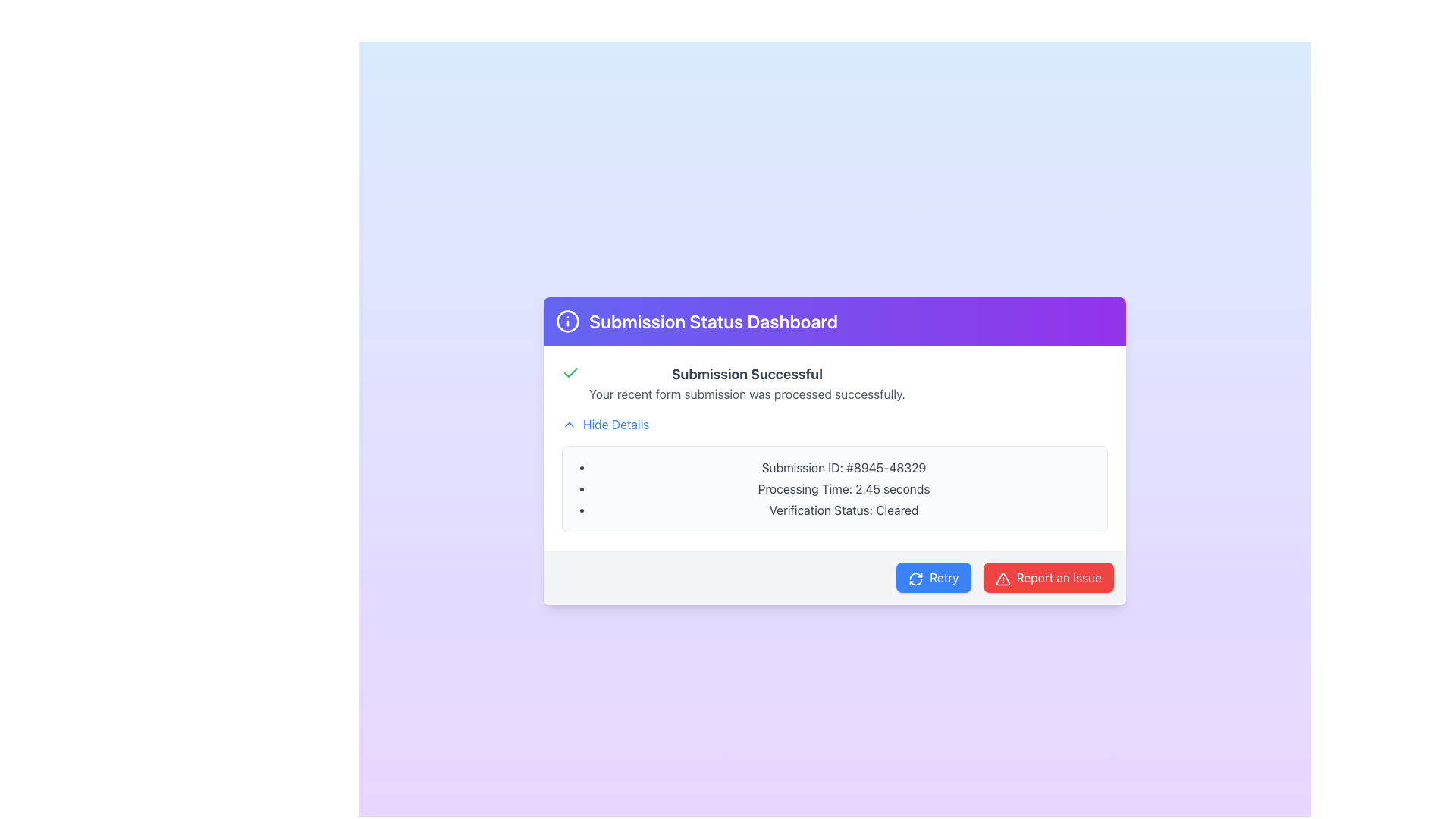 This screenshot has width=1456, height=819. Describe the element at coordinates (843, 488) in the screenshot. I see `the Text label that indicates the processing time for a submission, located between 'Submission ID: #8945-48329' and 'Verification Status: Cleared'` at that location.